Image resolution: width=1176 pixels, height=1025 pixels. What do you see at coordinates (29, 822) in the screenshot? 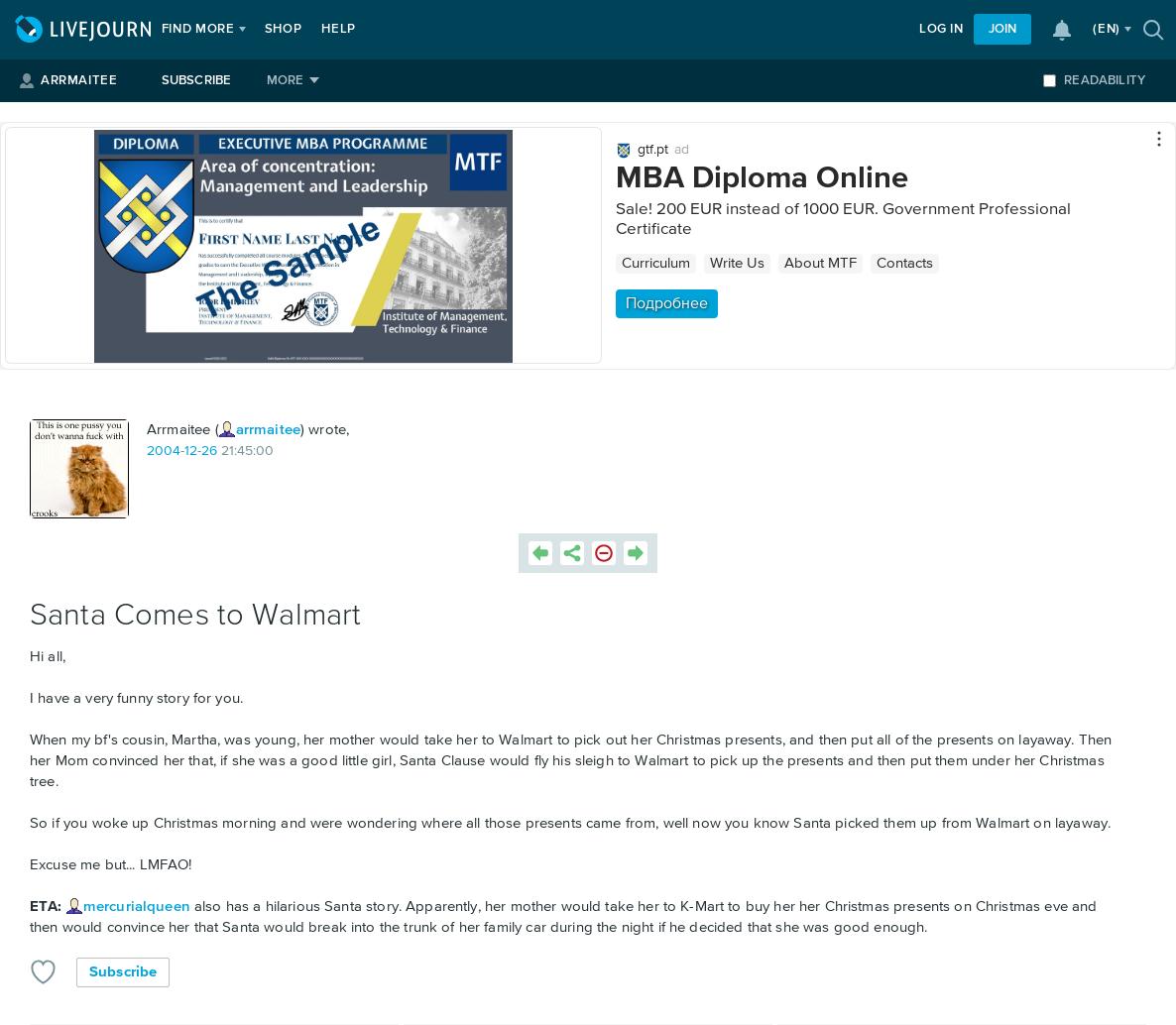
I see `'So if you woke up Christmas morning and were wondering where all those presents came from, well now you know Santa picked them up from Walmart on layaway.'` at bounding box center [29, 822].